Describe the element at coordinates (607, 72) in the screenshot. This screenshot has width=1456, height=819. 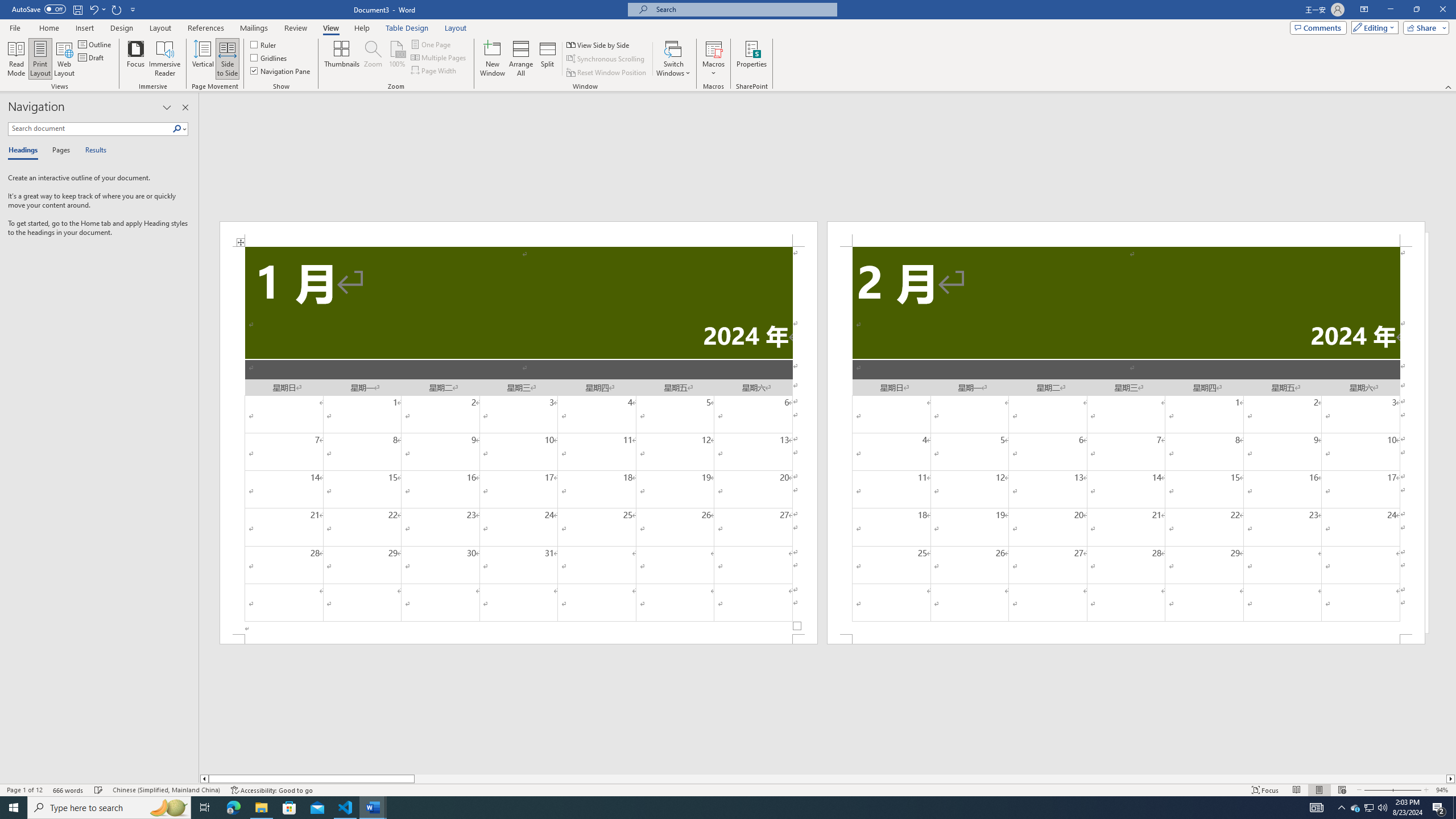
I see `'Reset Window Position'` at that location.